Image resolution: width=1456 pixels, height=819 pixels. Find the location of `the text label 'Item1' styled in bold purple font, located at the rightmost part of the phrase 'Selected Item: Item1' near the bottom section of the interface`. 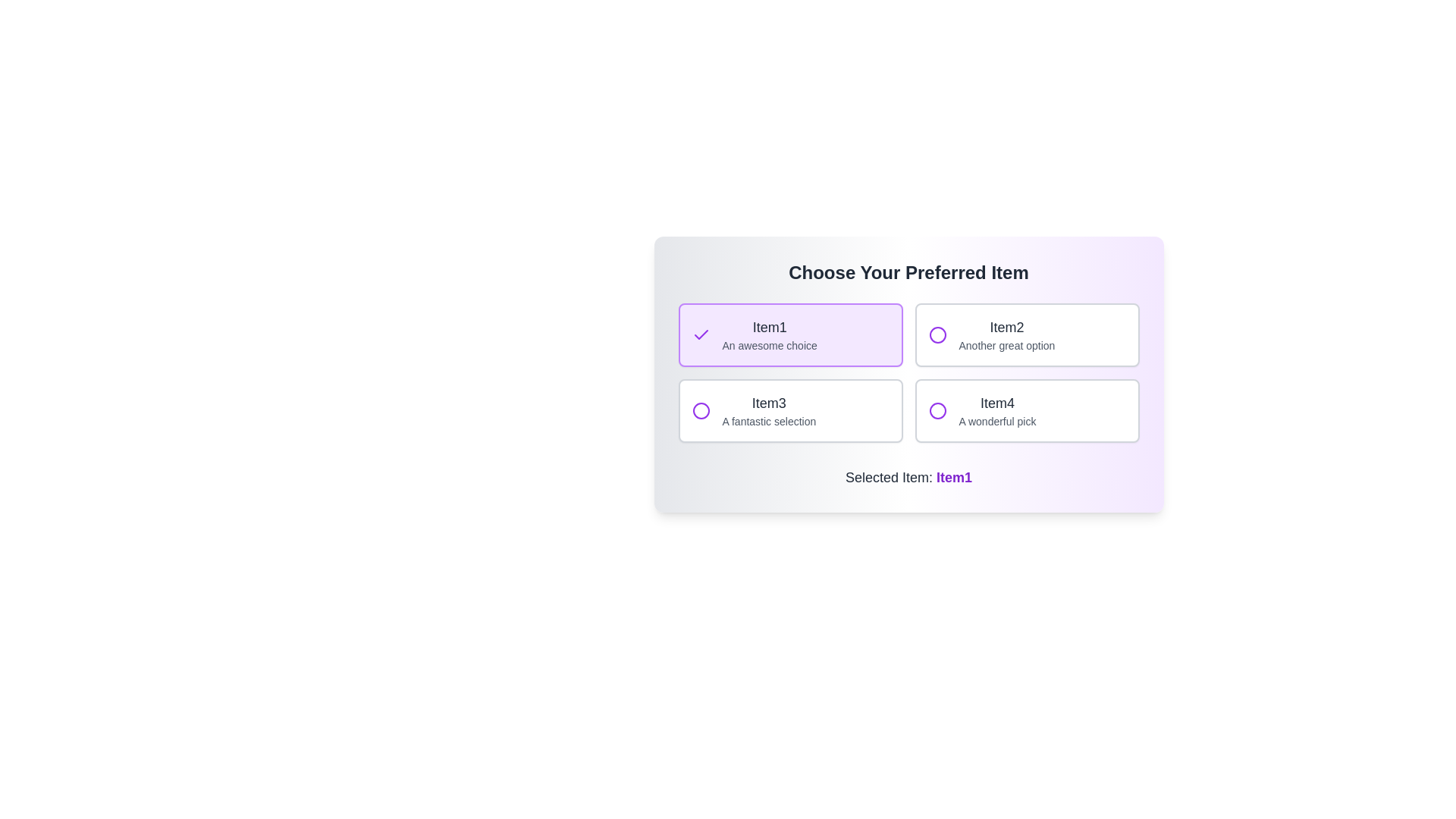

the text label 'Item1' styled in bold purple font, located at the rightmost part of the phrase 'Selected Item: Item1' near the bottom section of the interface is located at coordinates (953, 476).